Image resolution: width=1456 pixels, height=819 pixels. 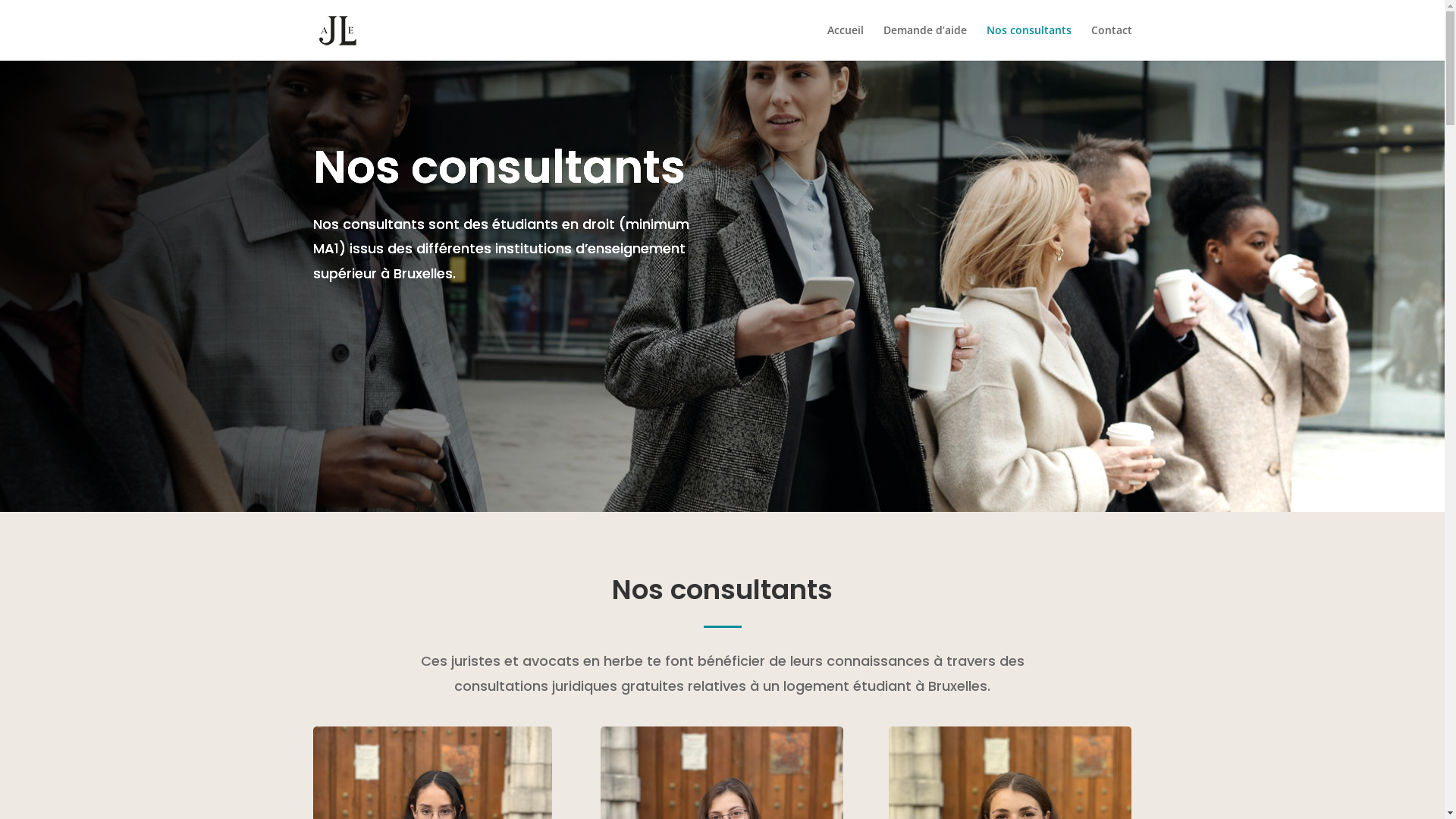 I want to click on 'Accueil', so click(x=843, y=42).